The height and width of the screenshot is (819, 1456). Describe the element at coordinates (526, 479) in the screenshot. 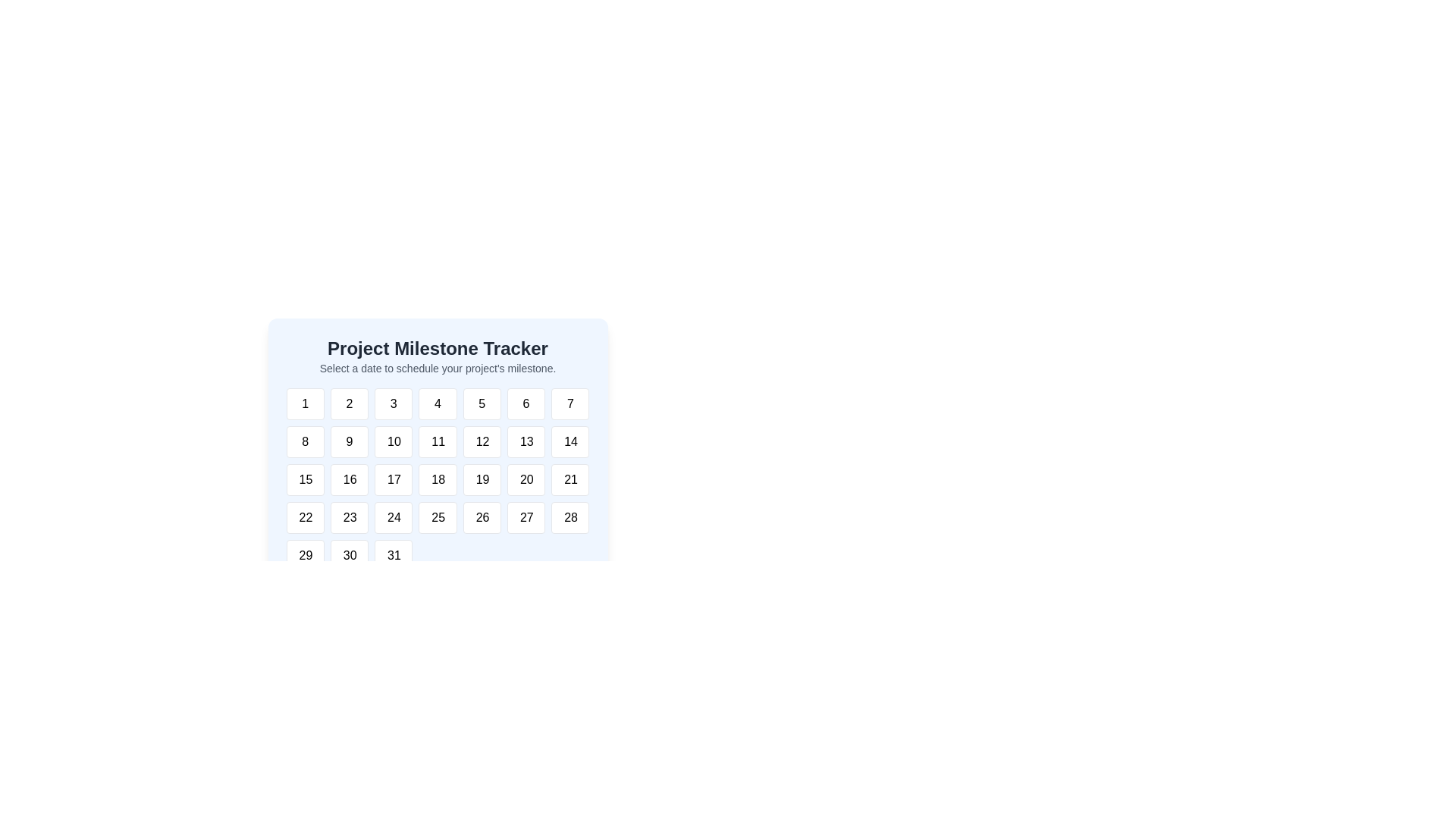

I see `the button displaying '20' located under the 'Project Milestone Tracker' label, which is the sixth element` at that location.